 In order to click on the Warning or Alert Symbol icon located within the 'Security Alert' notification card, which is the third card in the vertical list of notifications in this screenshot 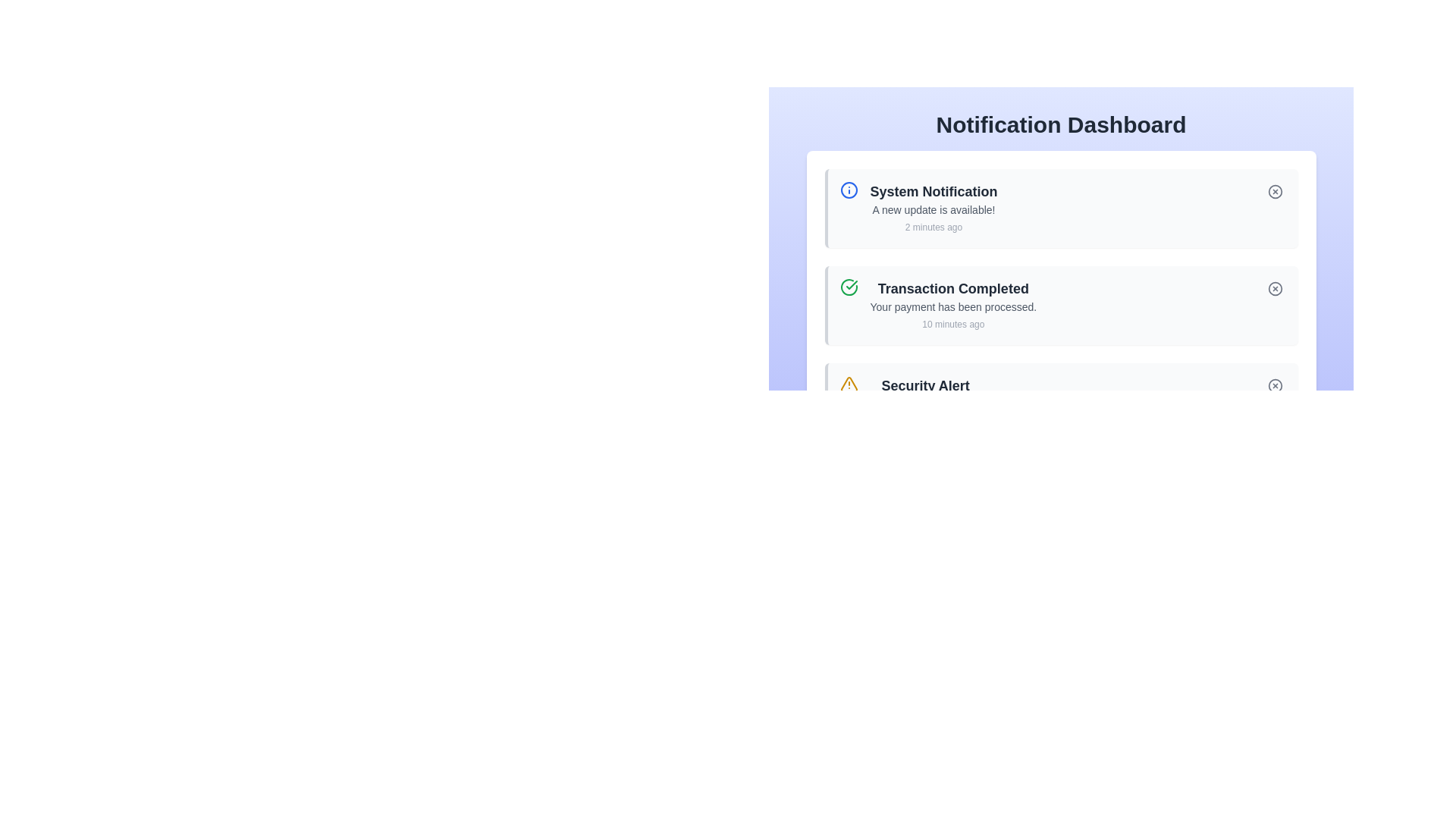, I will do `click(848, 383)`.